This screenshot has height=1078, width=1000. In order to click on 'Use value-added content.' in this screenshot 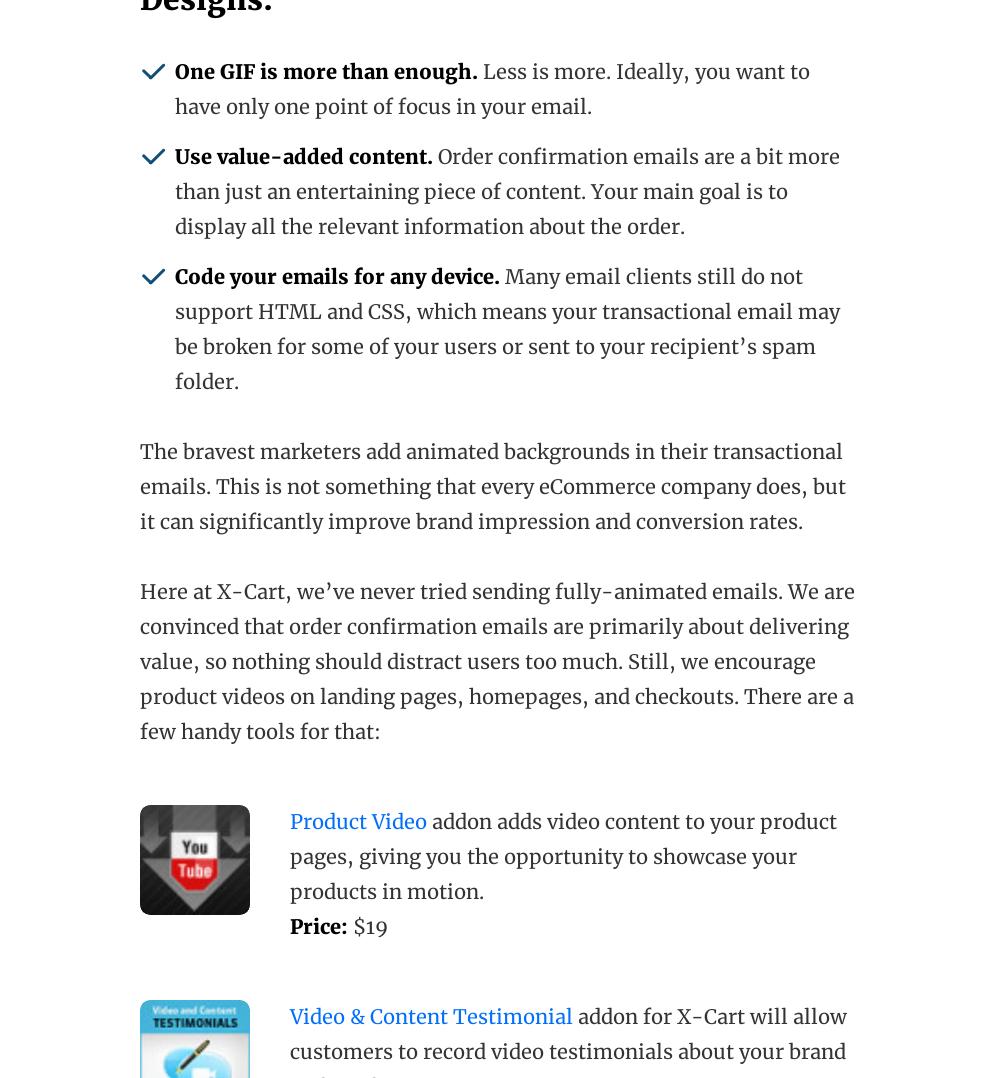, I will do `click(304, 155)`.